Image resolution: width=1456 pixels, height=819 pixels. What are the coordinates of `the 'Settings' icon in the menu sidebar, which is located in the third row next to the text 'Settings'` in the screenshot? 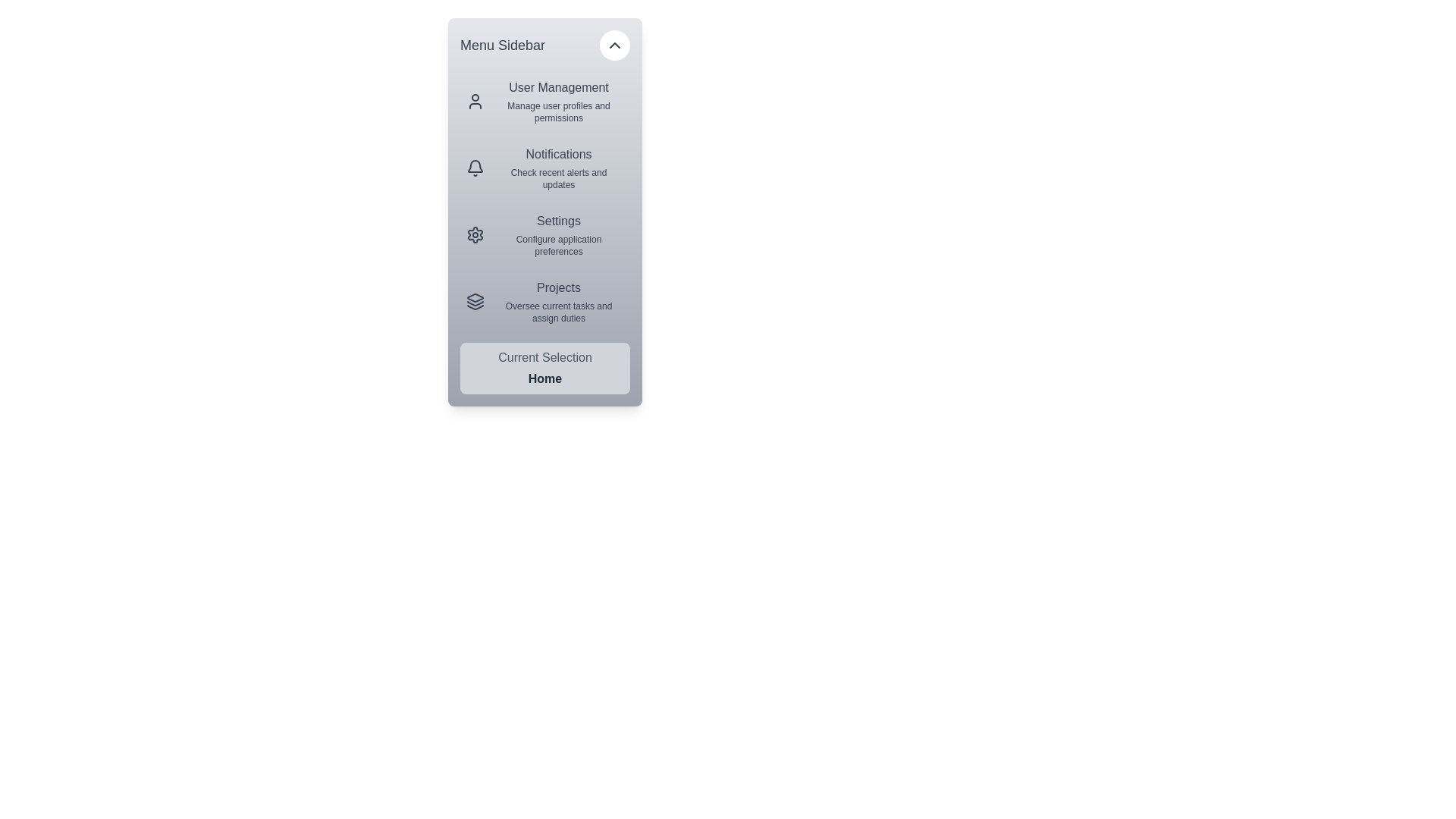 It's located at (475, 234).